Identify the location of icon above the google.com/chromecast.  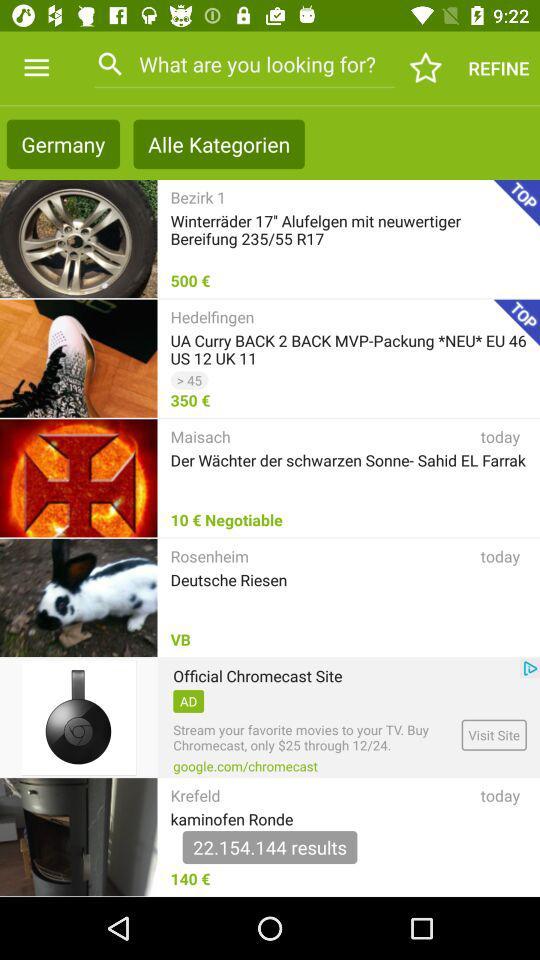
(314, 736).